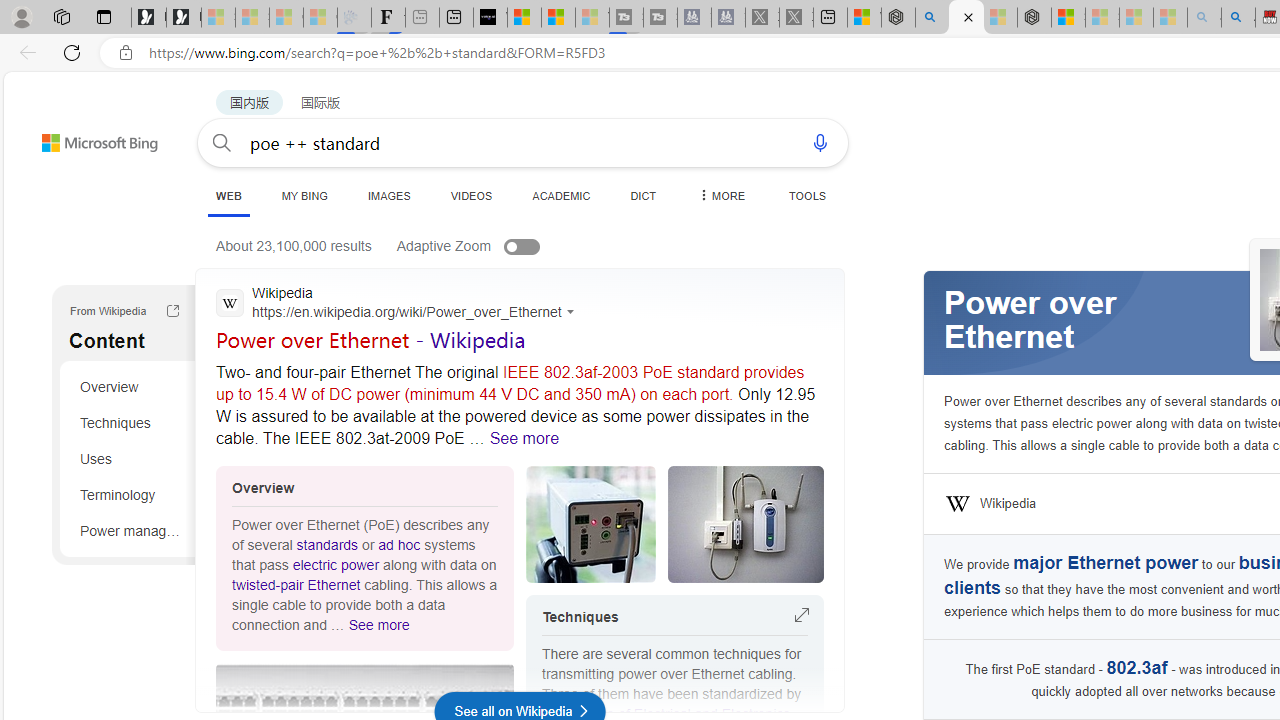  Describe the element at coordinates (64, 133) in the screenshot. I see `'Skip to content'` at that location.